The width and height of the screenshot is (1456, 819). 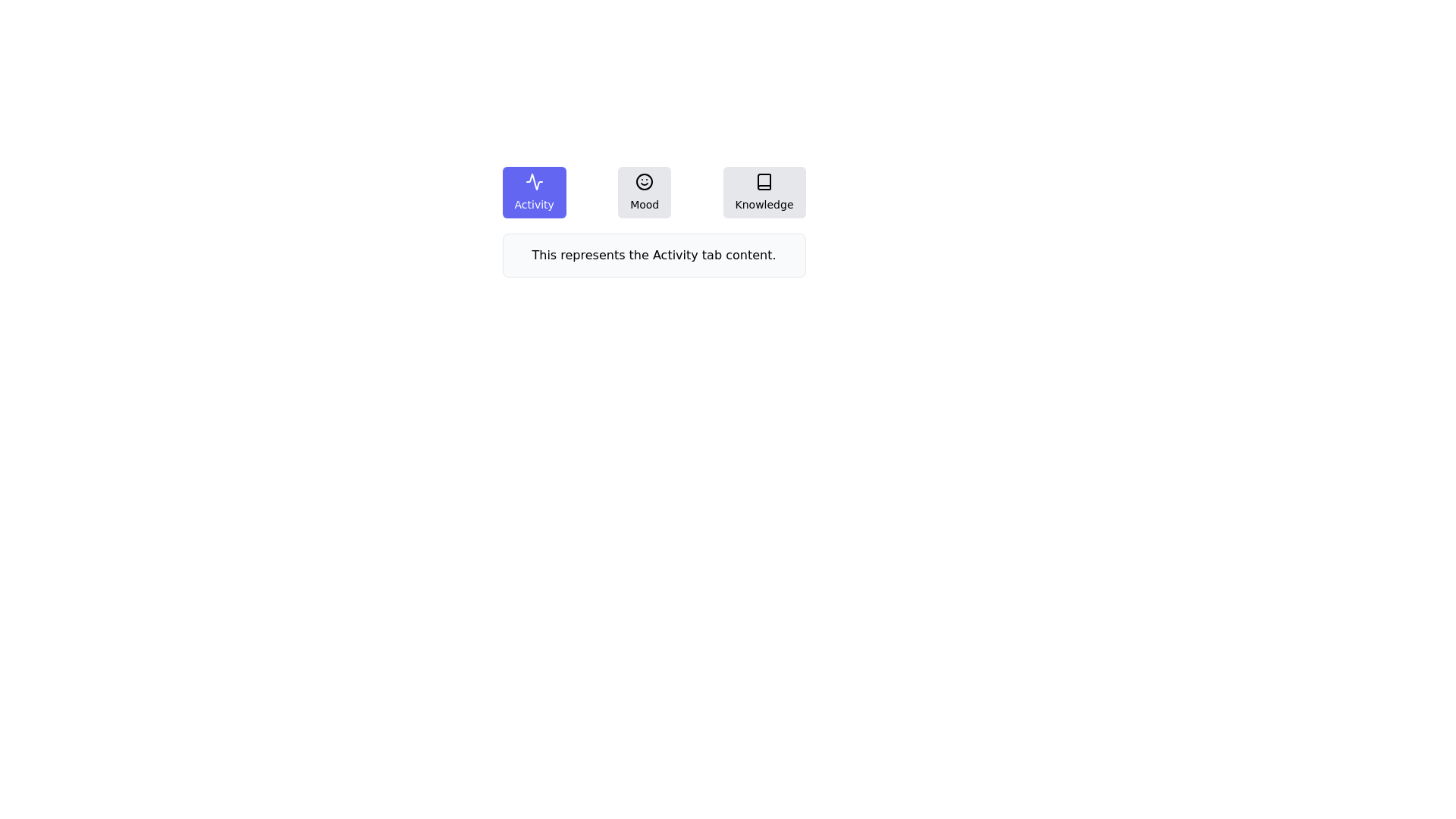 I want to click on the 'Activity' button, which is an interactive element used, so click(x=534, y=192).